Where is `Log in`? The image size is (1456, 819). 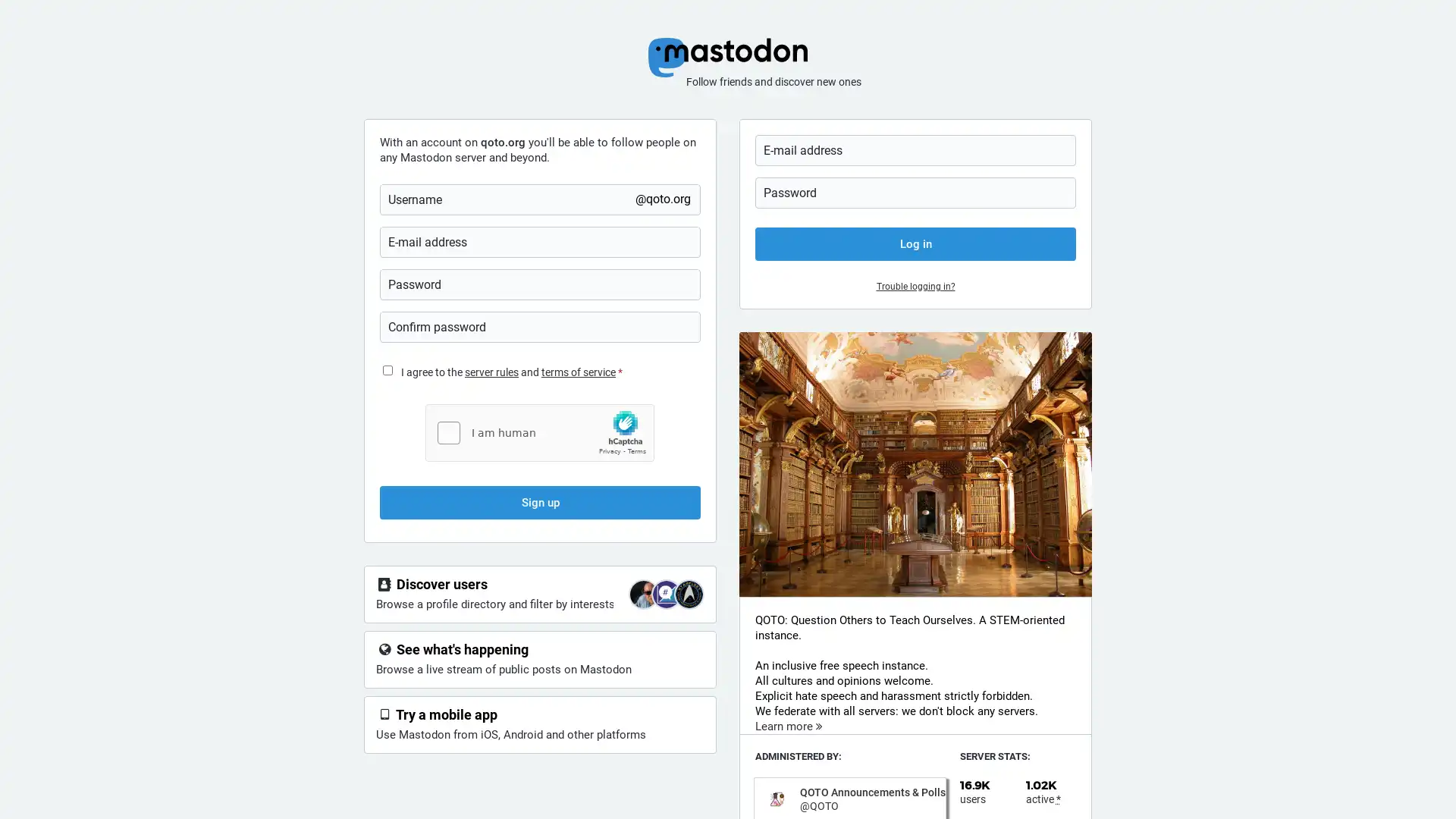
Log in is located at coordinates (915, 243).